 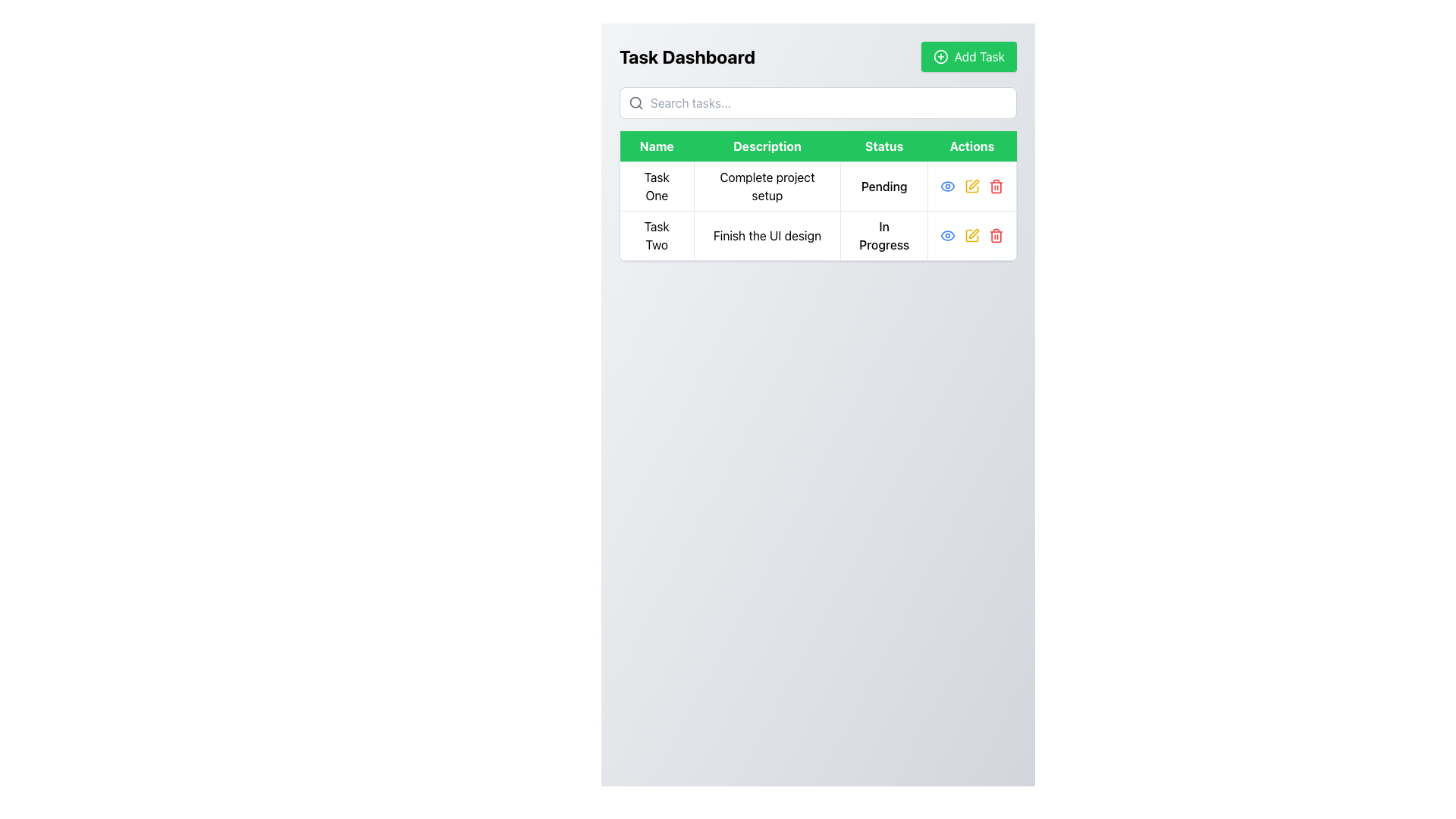 I want to click on the second row in the Task Dashboard table that contains the task name 'Task Two', which is directly below 'Task One', so click(x=817, y=236).